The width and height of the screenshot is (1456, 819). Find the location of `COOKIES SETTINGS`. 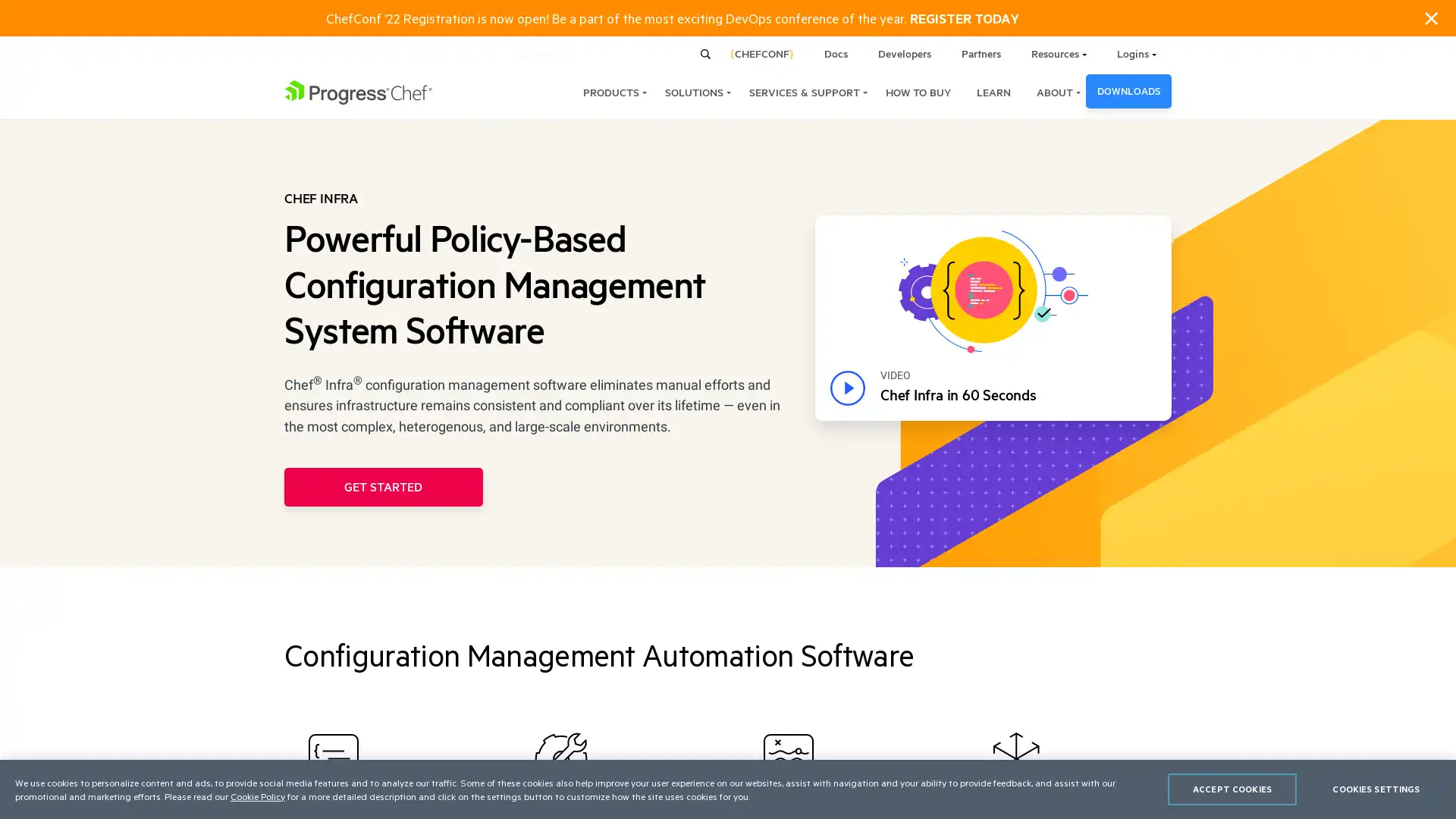

COOKIES SETTINGS is located at coordinates (1376, 789).